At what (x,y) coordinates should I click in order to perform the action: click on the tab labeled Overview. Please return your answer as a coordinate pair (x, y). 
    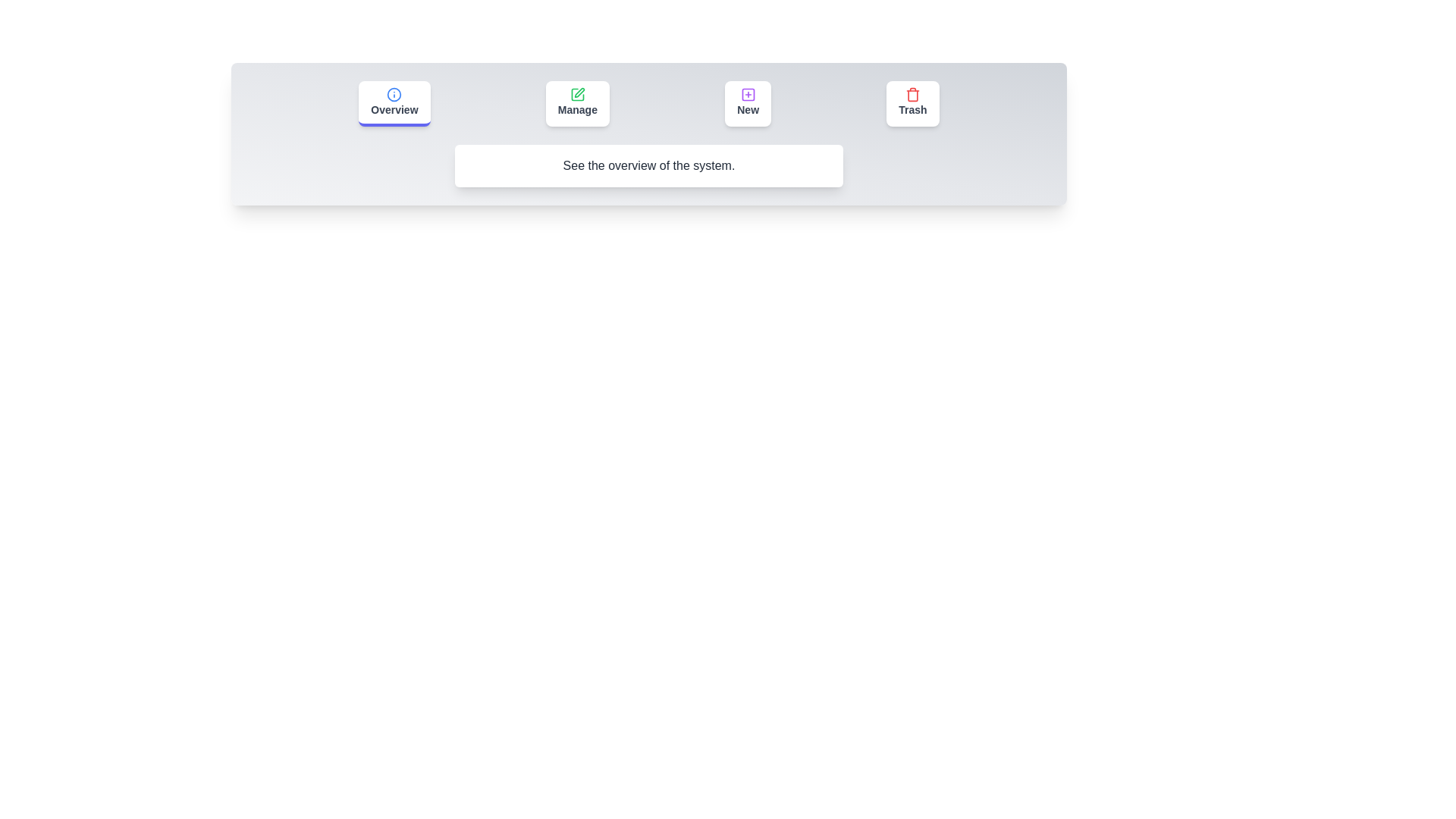
    Looking at the image, I should click on (394, 103).